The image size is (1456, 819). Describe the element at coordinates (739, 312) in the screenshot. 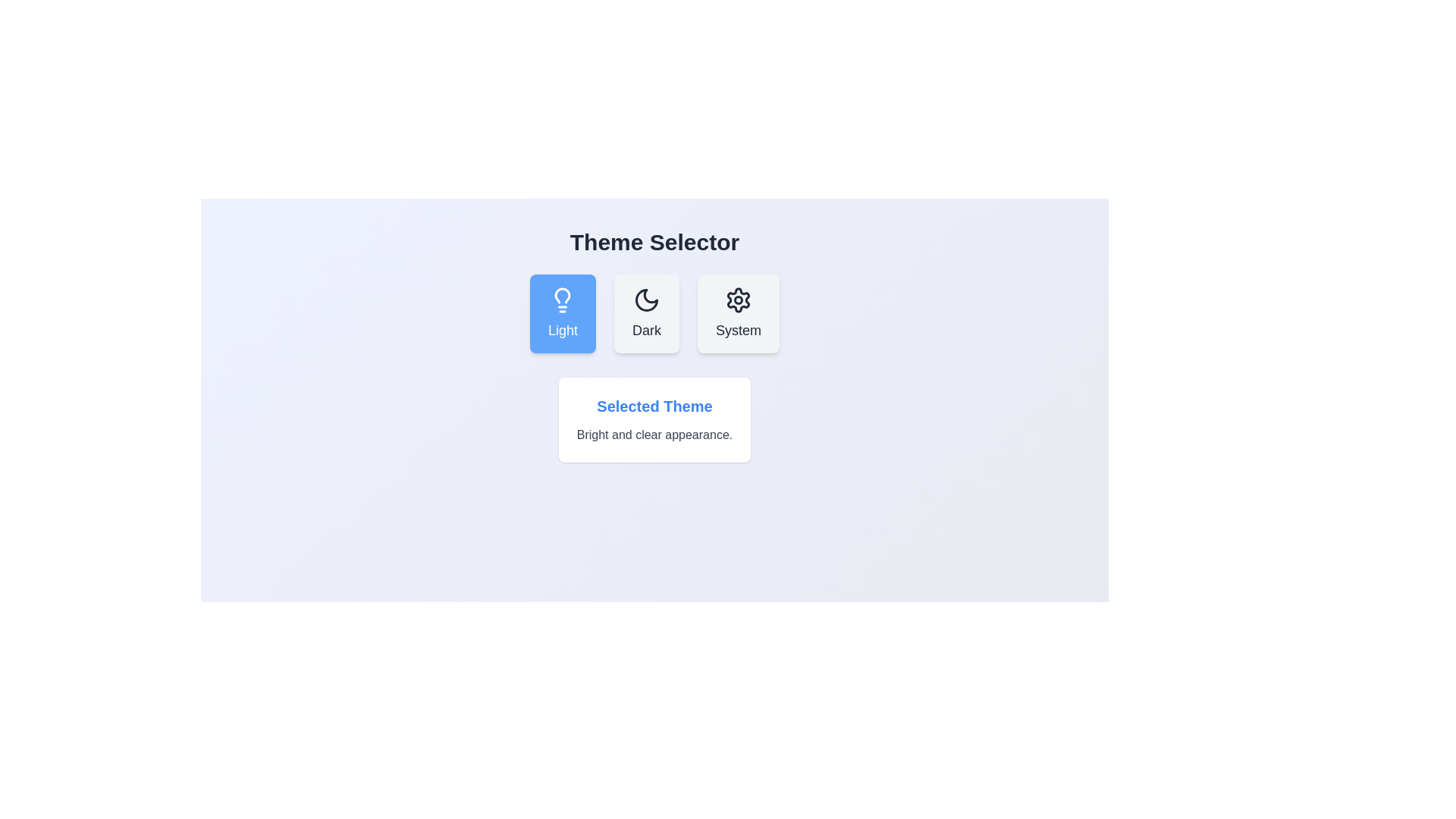

I see `the theme option System to observe its hover effect` at that location.